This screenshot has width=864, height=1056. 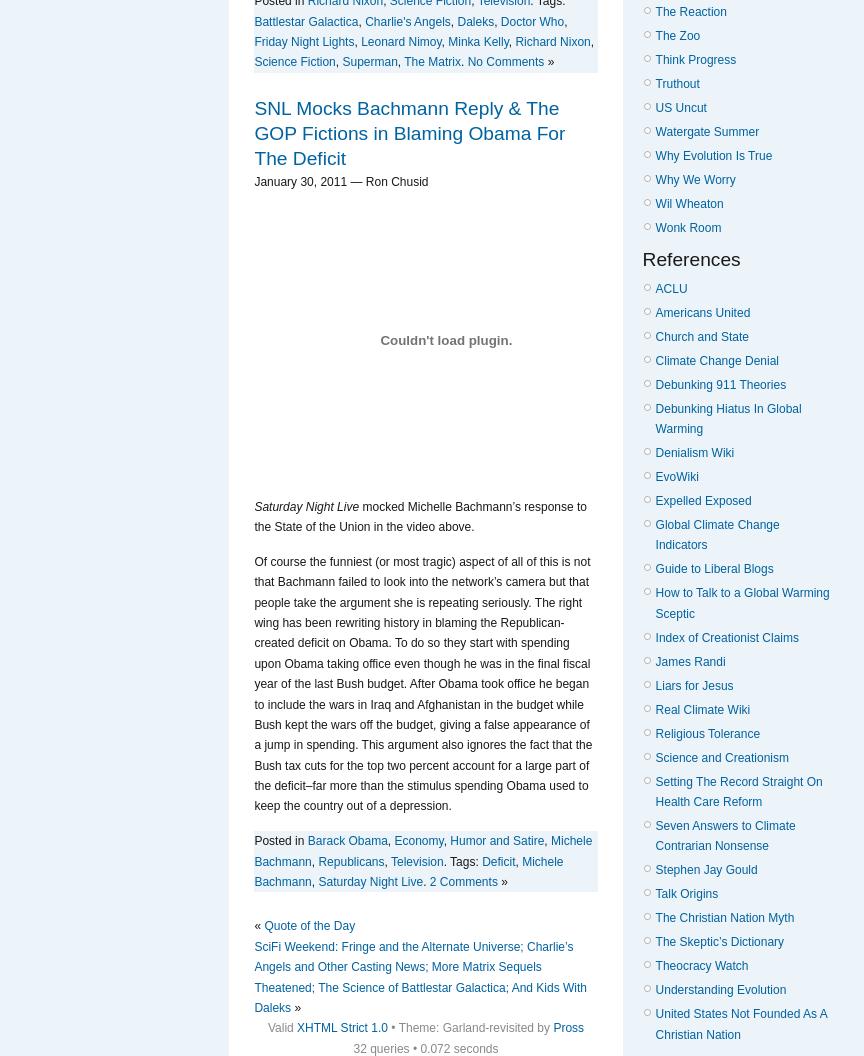 What do you see at coordinates (703, 499) in the screenshot?
I see `'Expelled Exposed'` at bounding box center [703, 499].